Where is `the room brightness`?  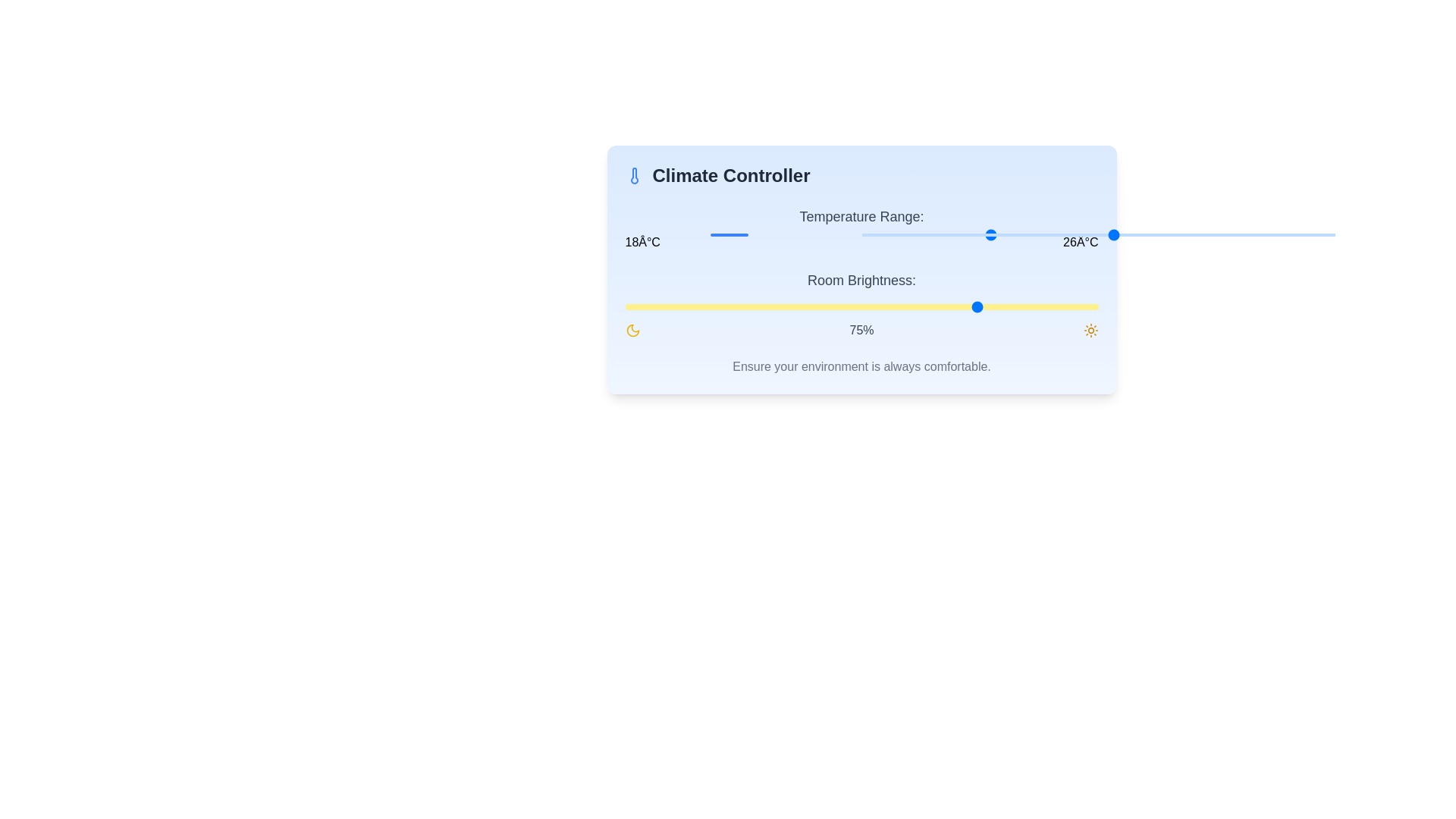 the room brightness is located at coordinates (658, 307).